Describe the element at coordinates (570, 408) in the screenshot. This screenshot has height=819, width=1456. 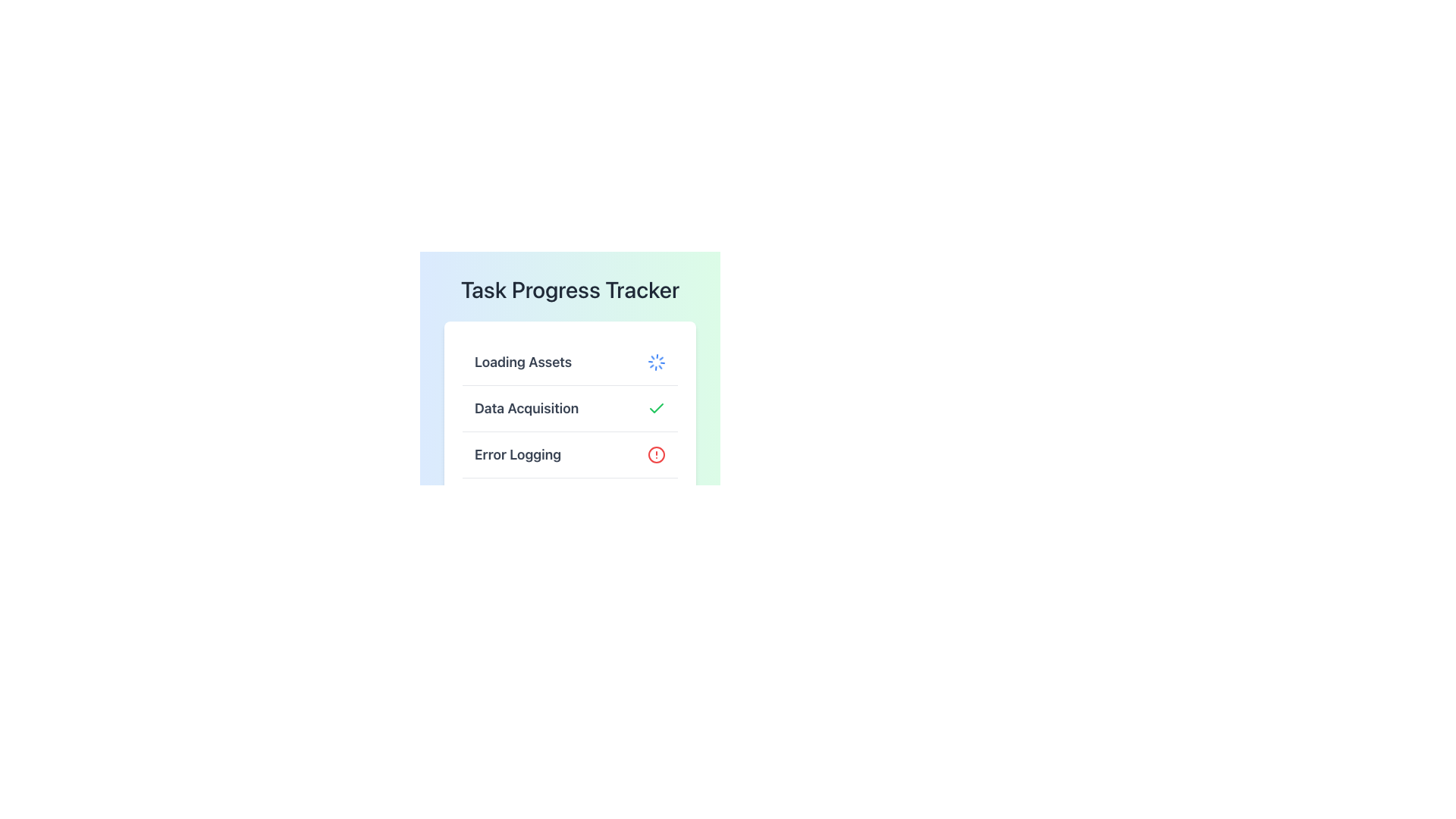
I see `the 'Data Acquisition' task status indicator row in the Task Progress Tracker card` at that location.